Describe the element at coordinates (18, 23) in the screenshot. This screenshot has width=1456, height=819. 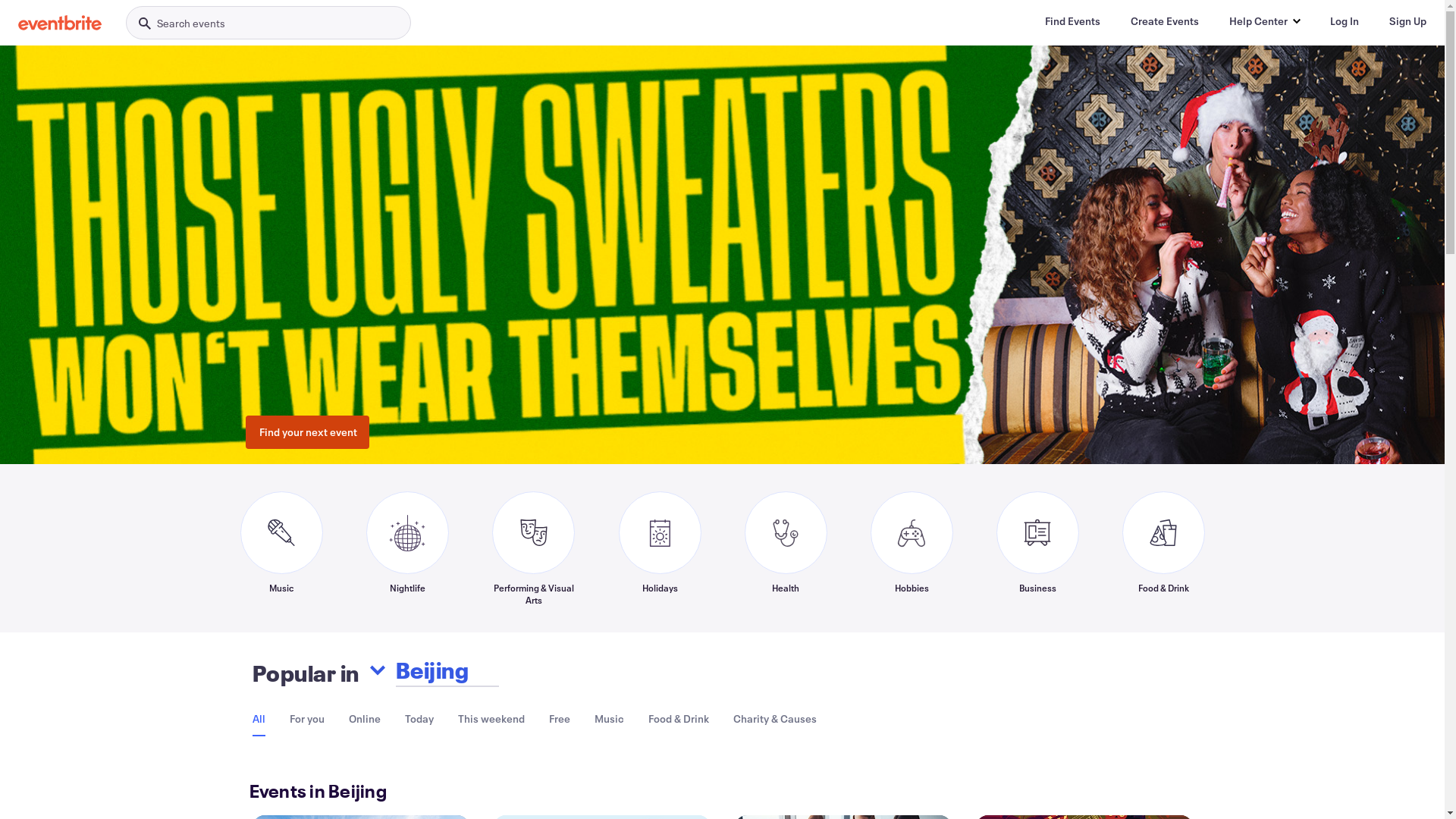
I see `'Eventbrite'` at that location.